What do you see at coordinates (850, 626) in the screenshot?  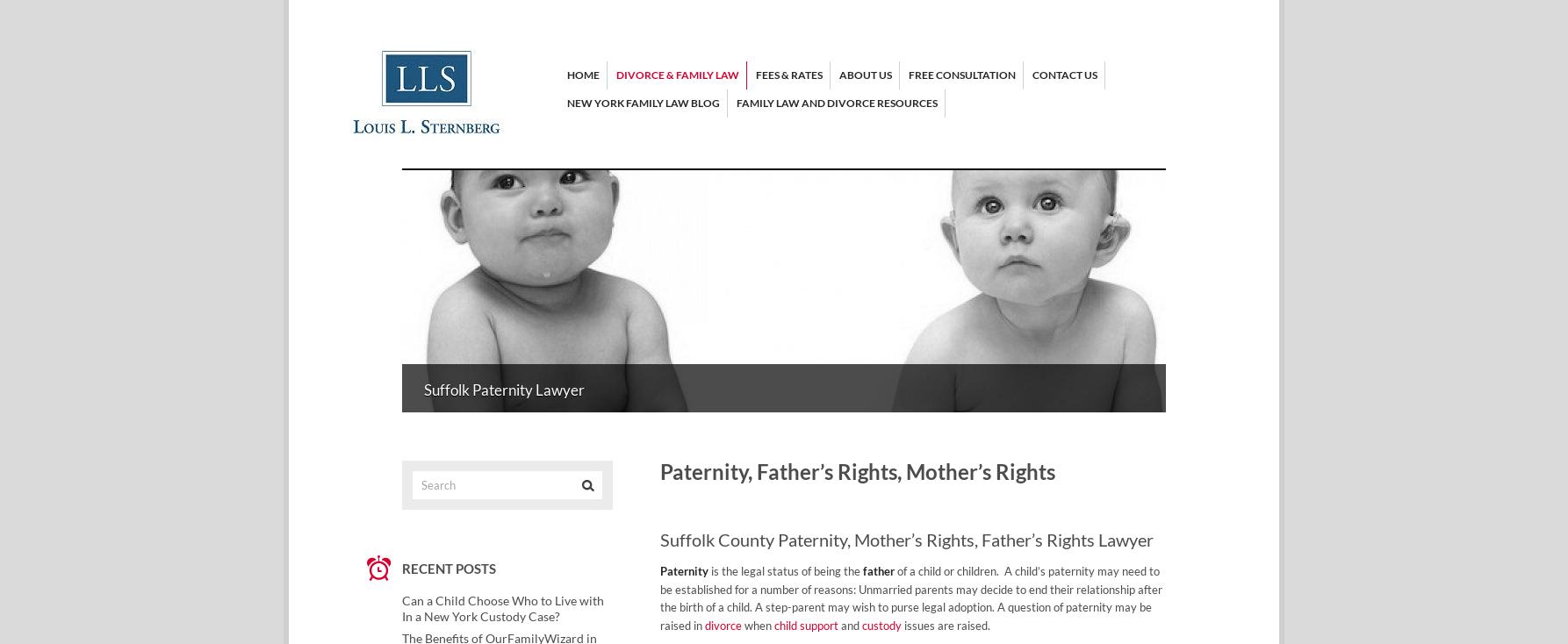 I see `'and'` at bounding box center [850, 626].